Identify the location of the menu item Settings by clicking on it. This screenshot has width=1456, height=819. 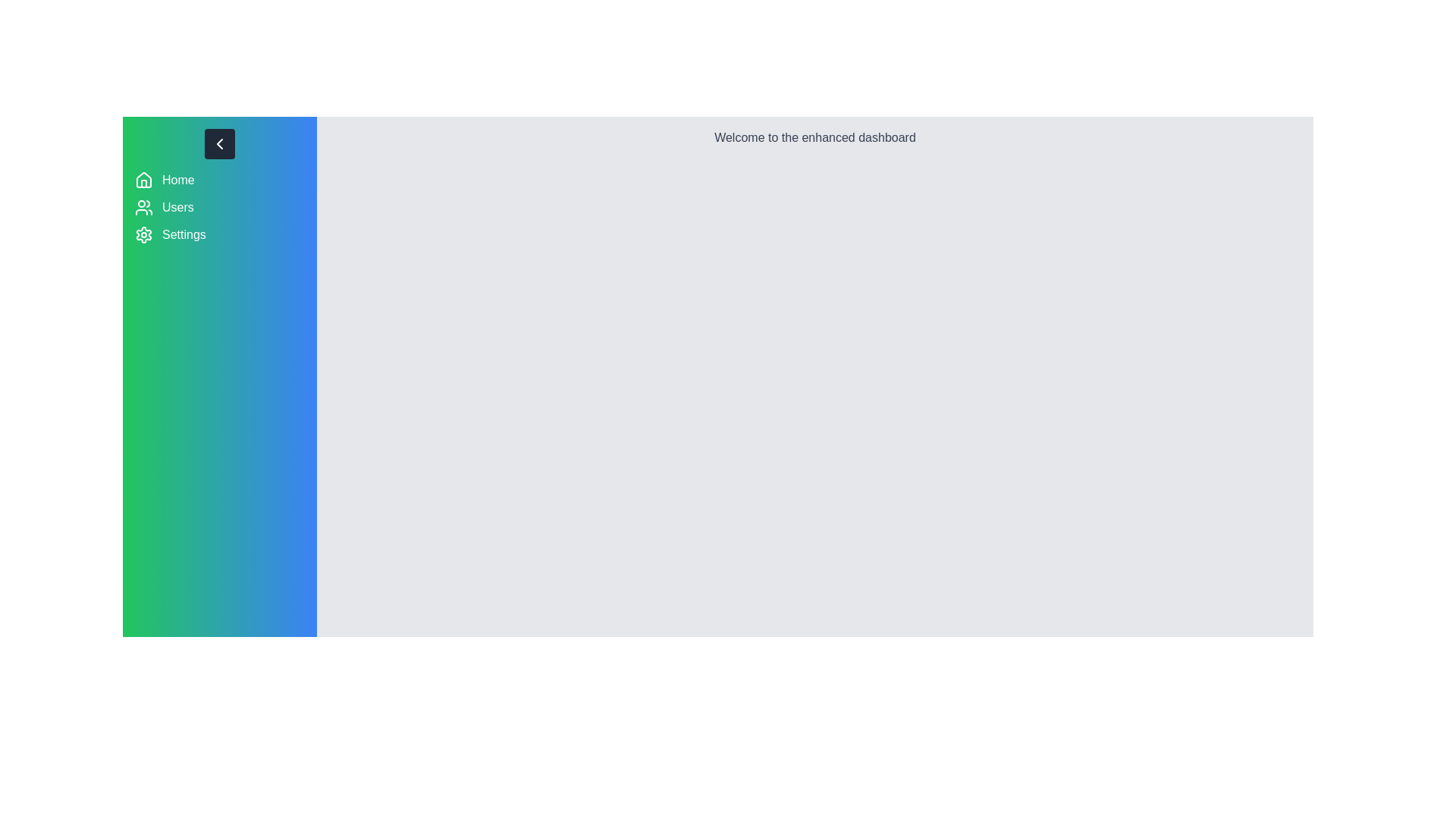
(218, 234).